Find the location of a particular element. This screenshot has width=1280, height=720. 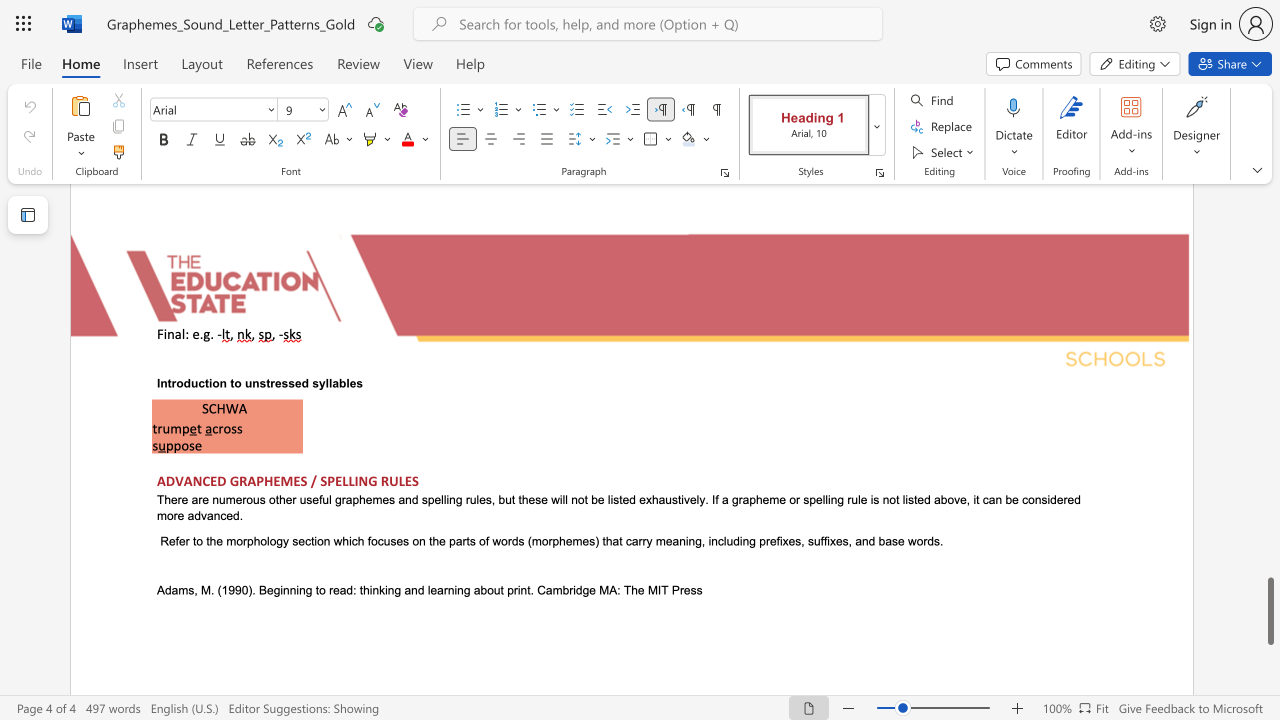

the scrollbar on the right to shift the page higher is located at coordinates (1269, 400).